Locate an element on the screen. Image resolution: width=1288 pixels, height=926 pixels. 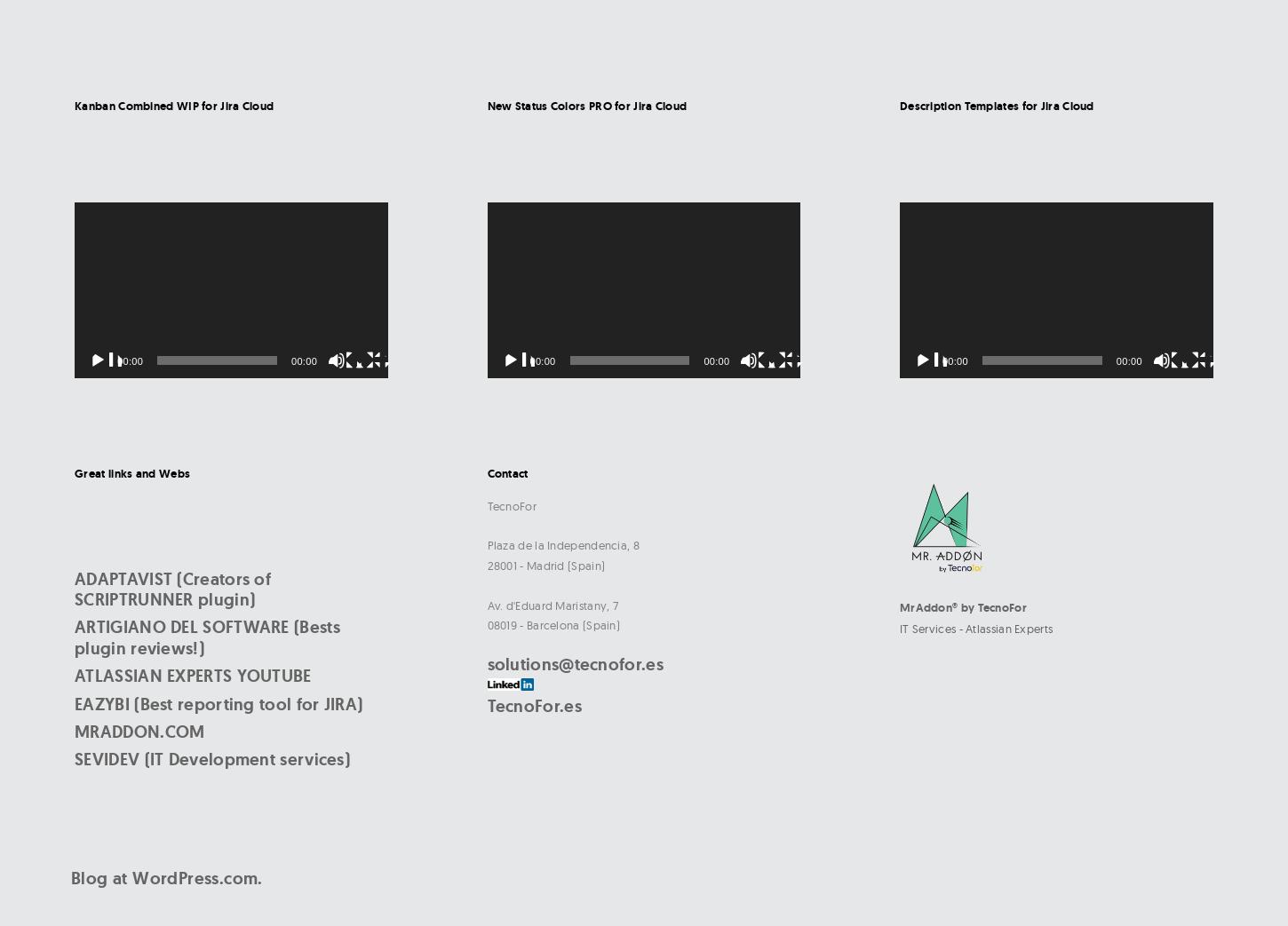
'TecnoFor.es' is located at coordinates (534, 704).